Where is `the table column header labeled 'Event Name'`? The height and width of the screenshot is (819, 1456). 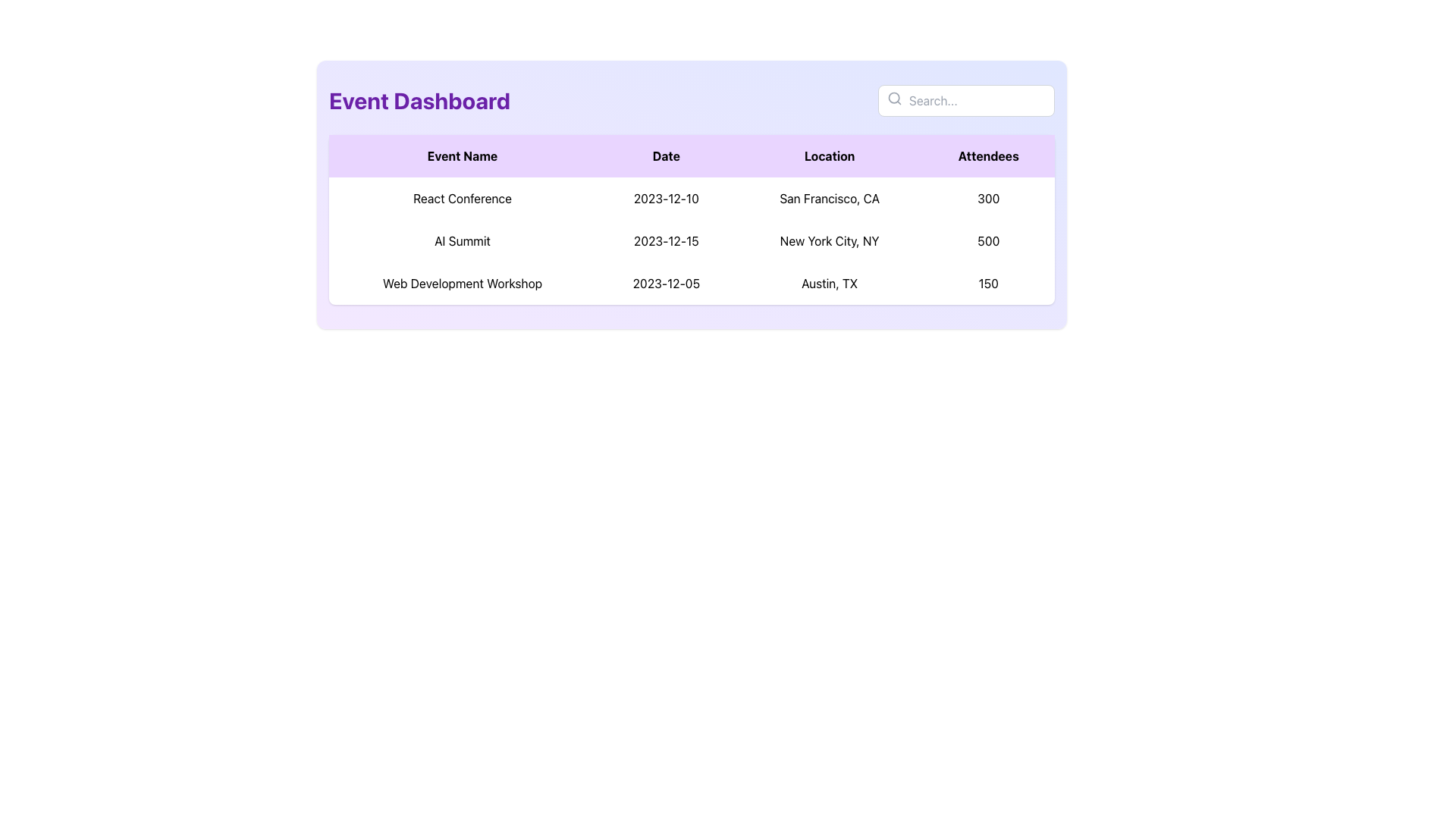 the table column header labeled 'Event Name' is located at coordinates (461, 155).